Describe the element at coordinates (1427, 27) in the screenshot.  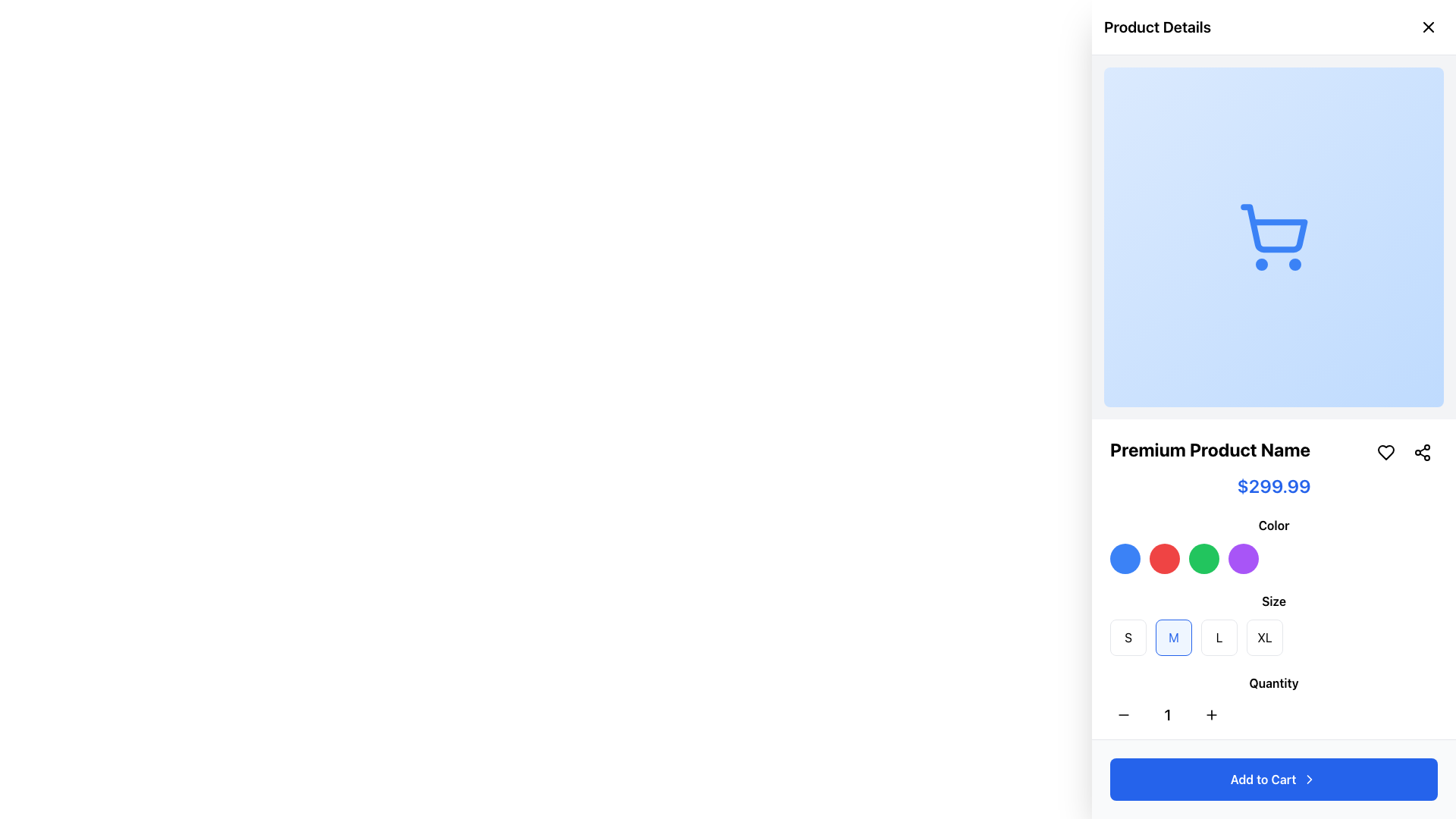
I see `the circular close button with an X icon located at the far right of the 'Product Details' header section` at that location.